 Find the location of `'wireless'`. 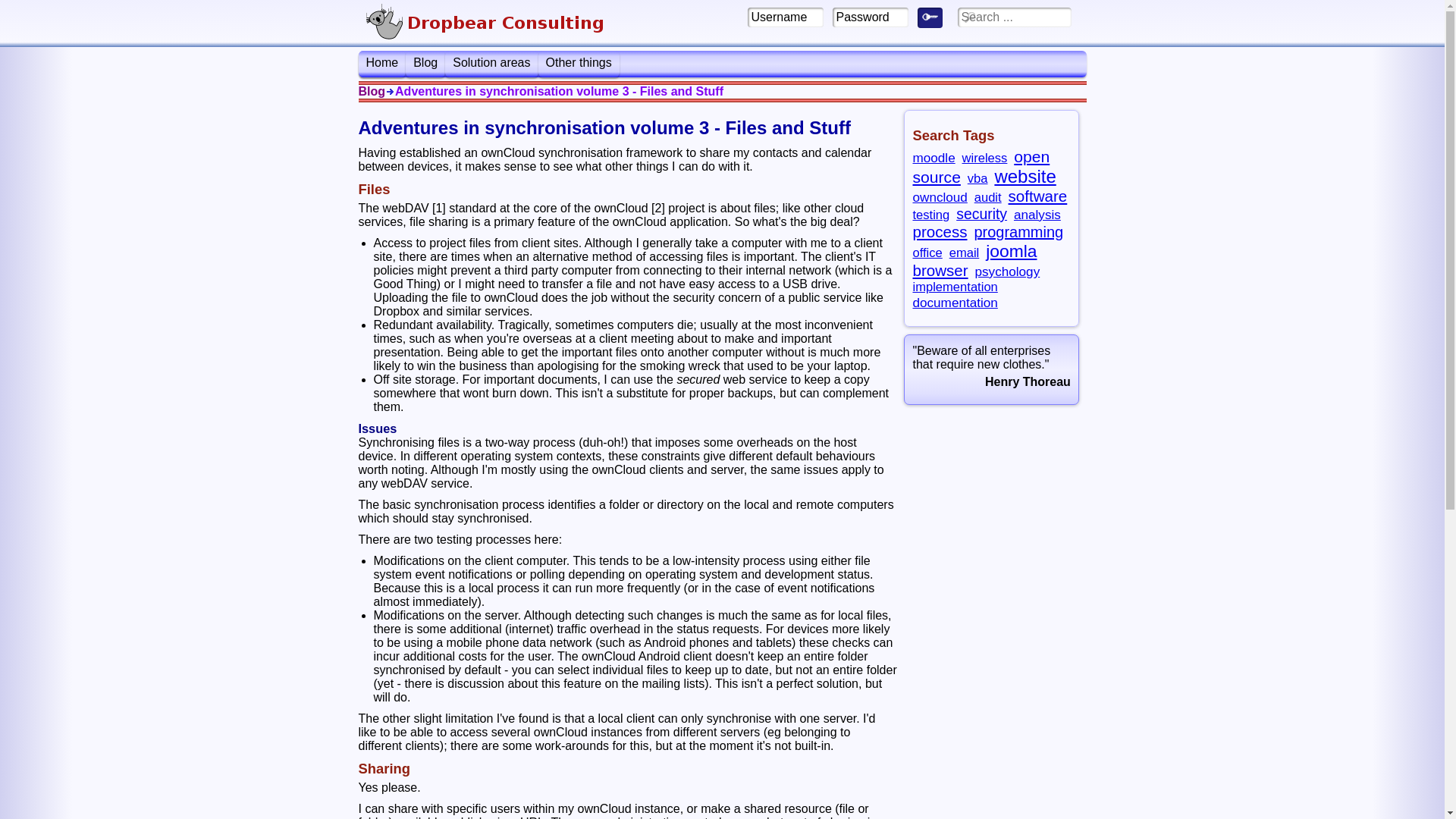

'wireless' is located at coordinates (985, 158).